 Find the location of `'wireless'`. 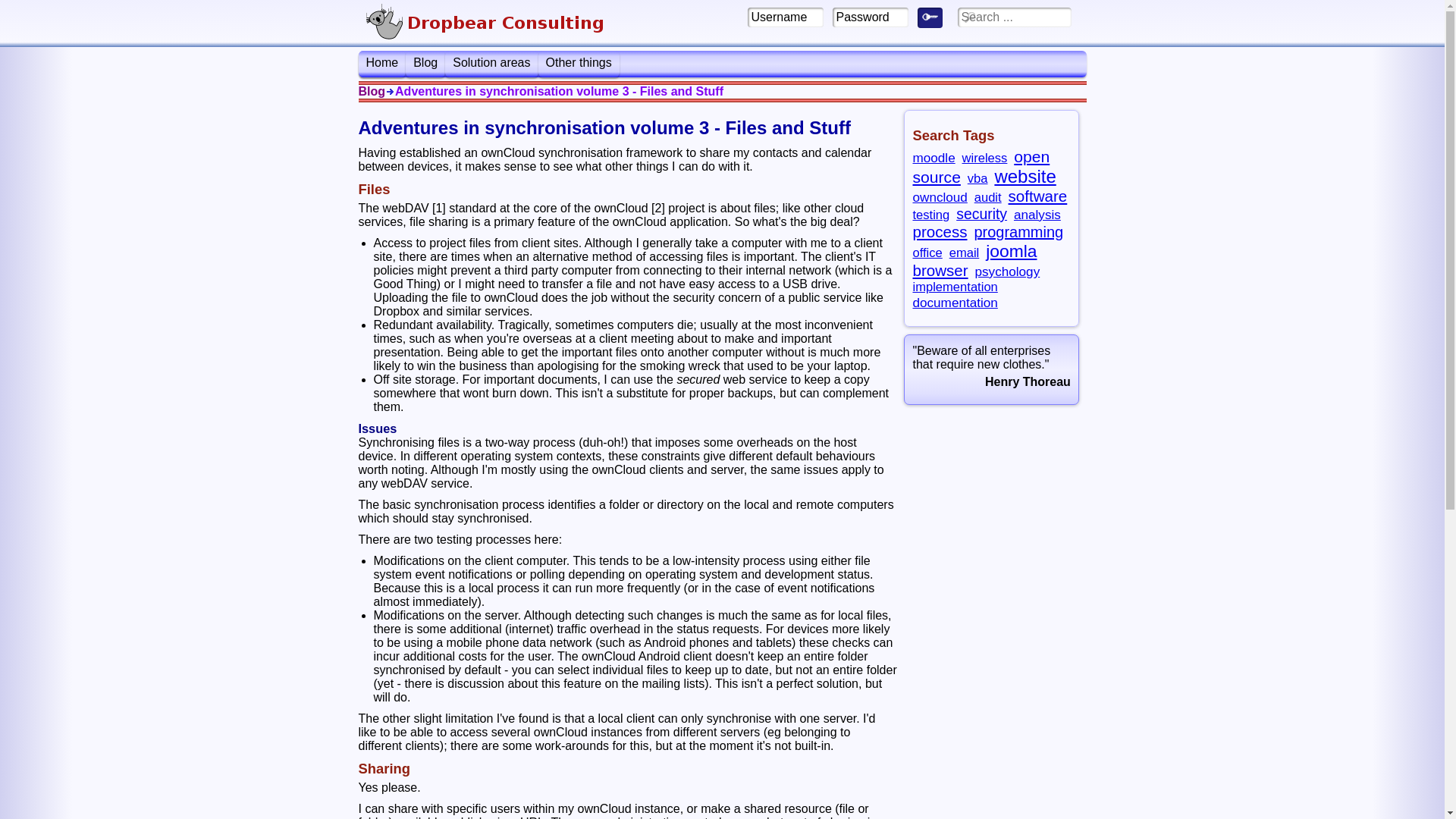

'wireless' is located at coordinates (985, 158).